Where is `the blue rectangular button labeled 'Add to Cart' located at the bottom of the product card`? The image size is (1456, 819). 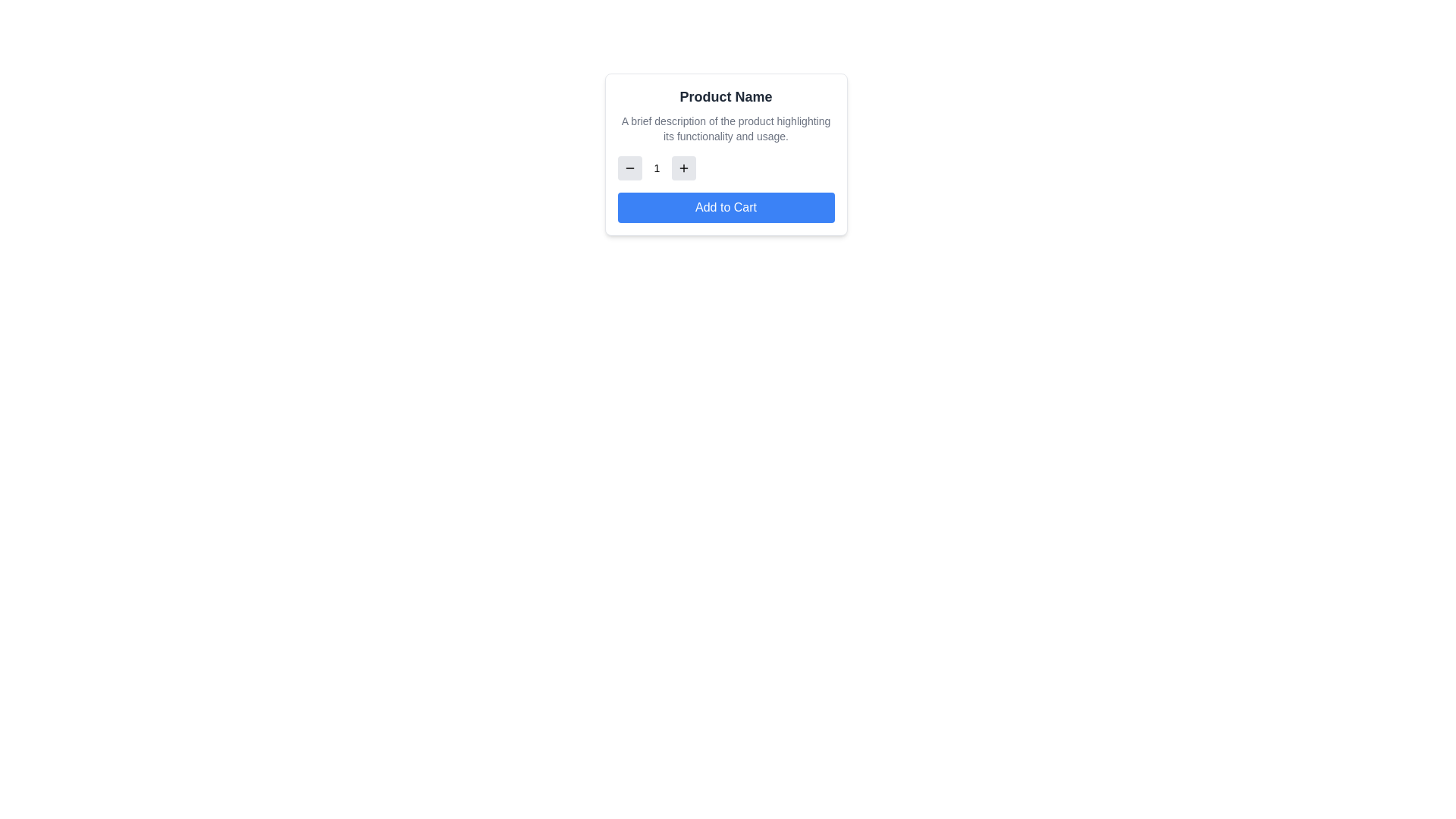
the blue rectangular button labeled 'Add to Cart' located at the bottom of the product card is located at coordinates (725, 207).